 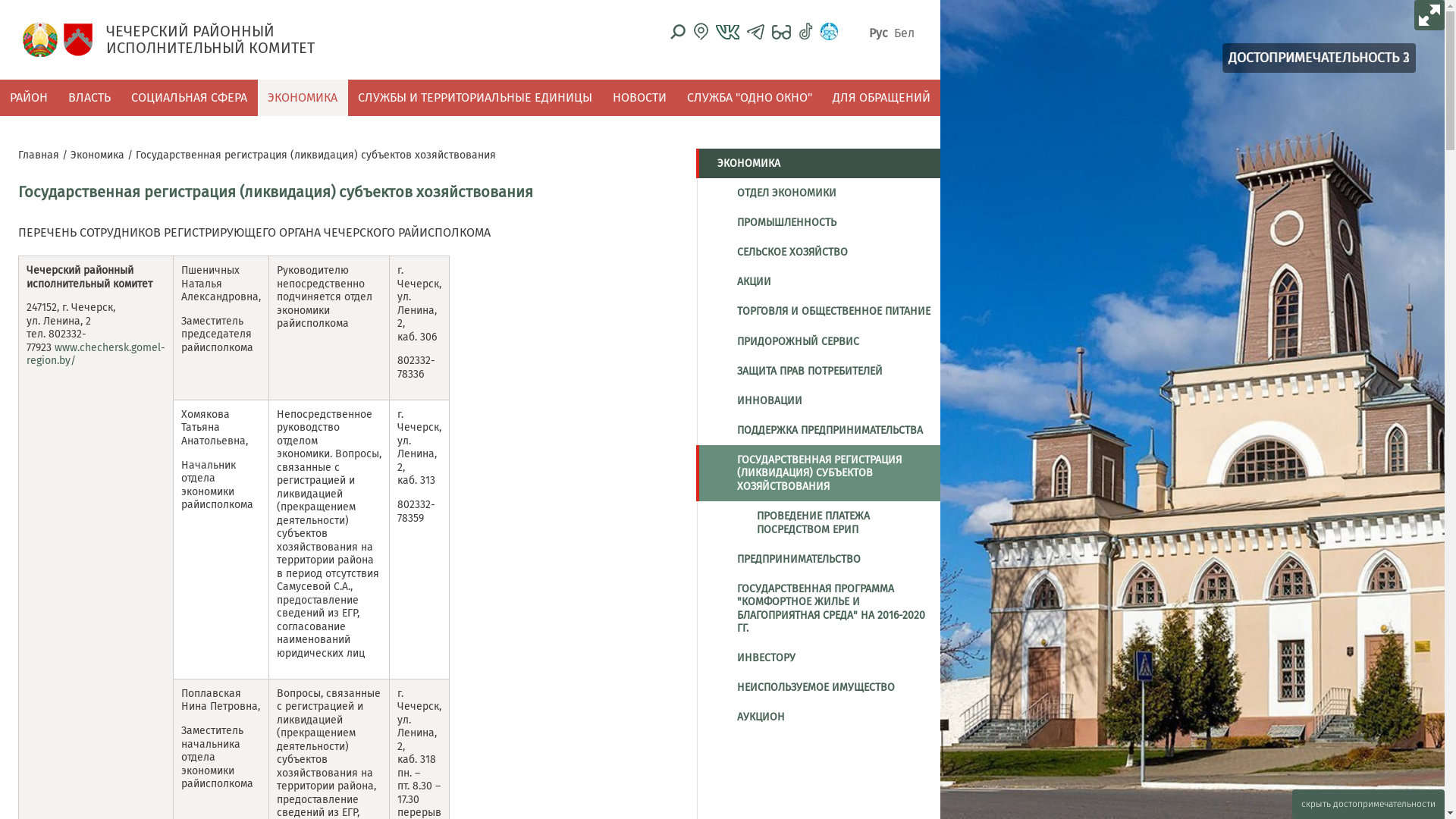 What do you see at coordinates (726, 32) in the screenshot?
I see `'VK'` at bounding box center [726, 32].